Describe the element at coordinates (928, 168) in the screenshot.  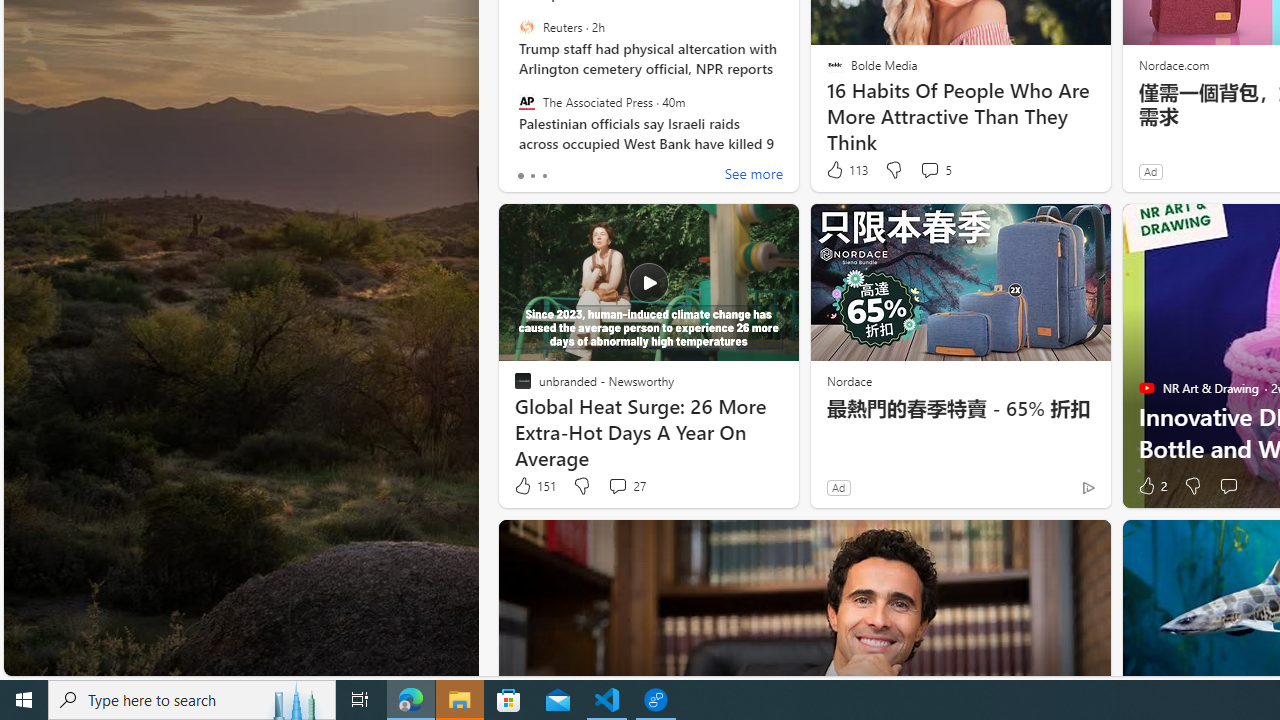
I see `'View comments 5 Comment'` at that location.